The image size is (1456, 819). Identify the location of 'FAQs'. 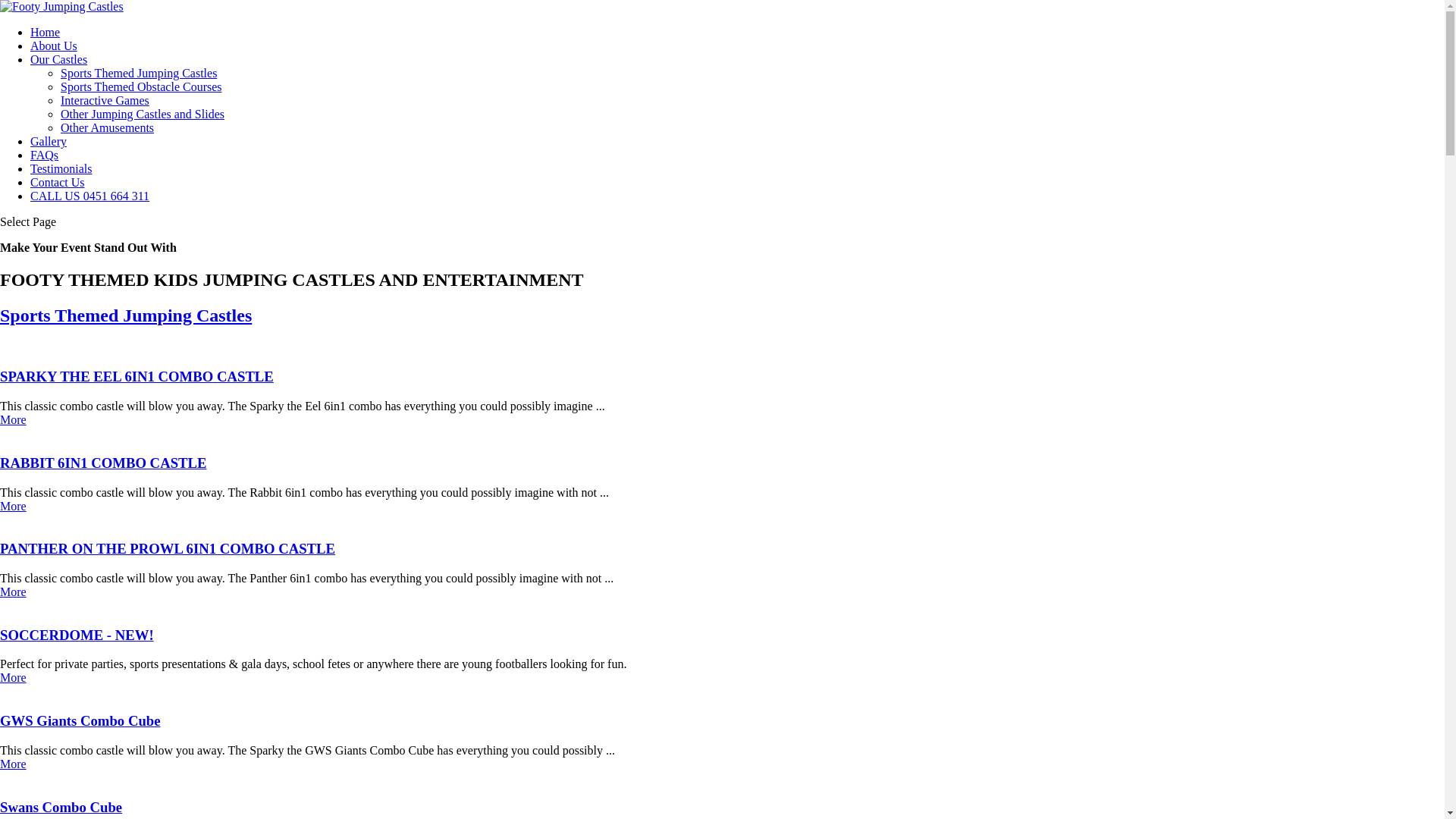
(44, 155).